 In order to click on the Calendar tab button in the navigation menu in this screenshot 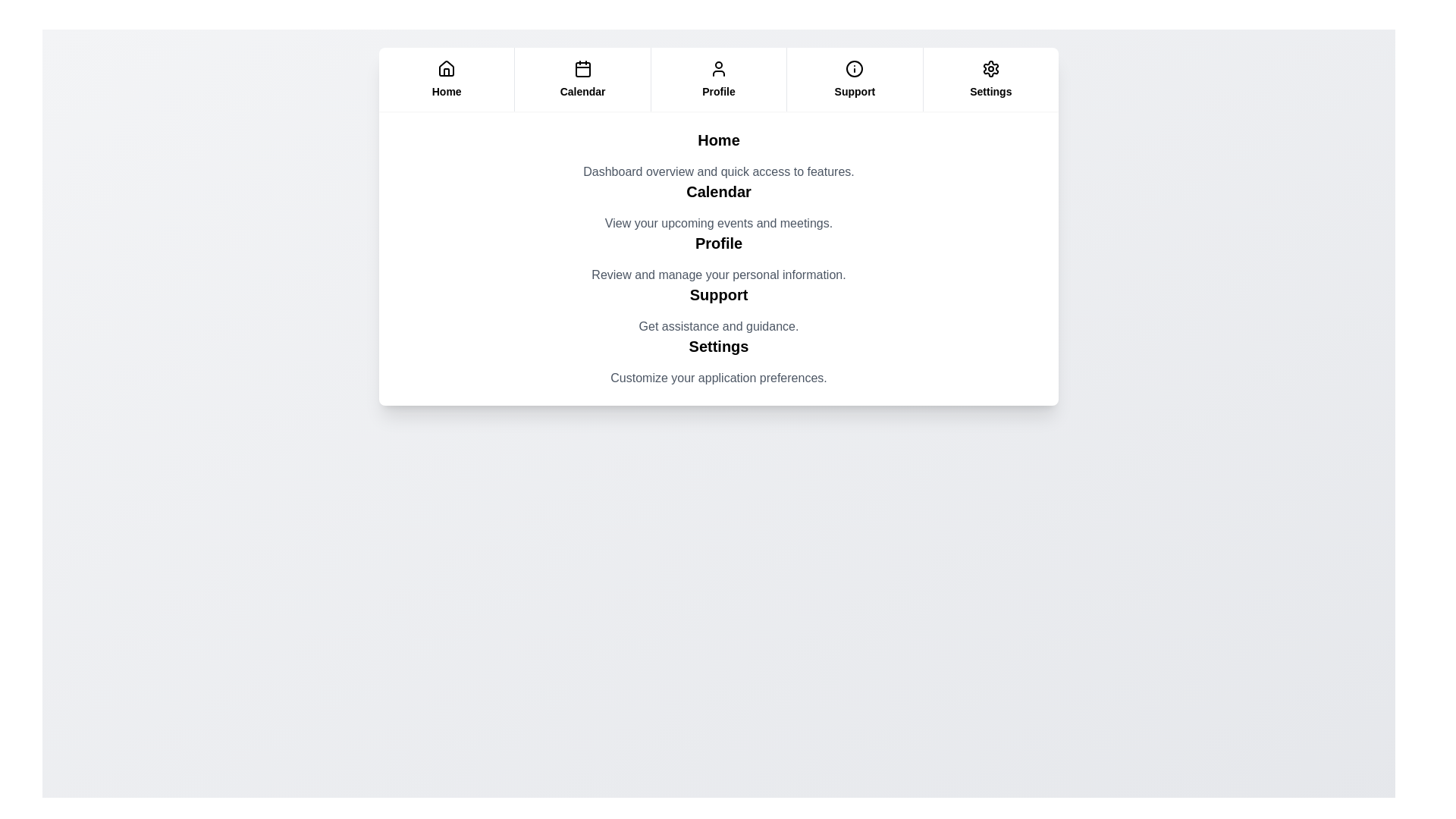, I will do `click(582, 79)`.